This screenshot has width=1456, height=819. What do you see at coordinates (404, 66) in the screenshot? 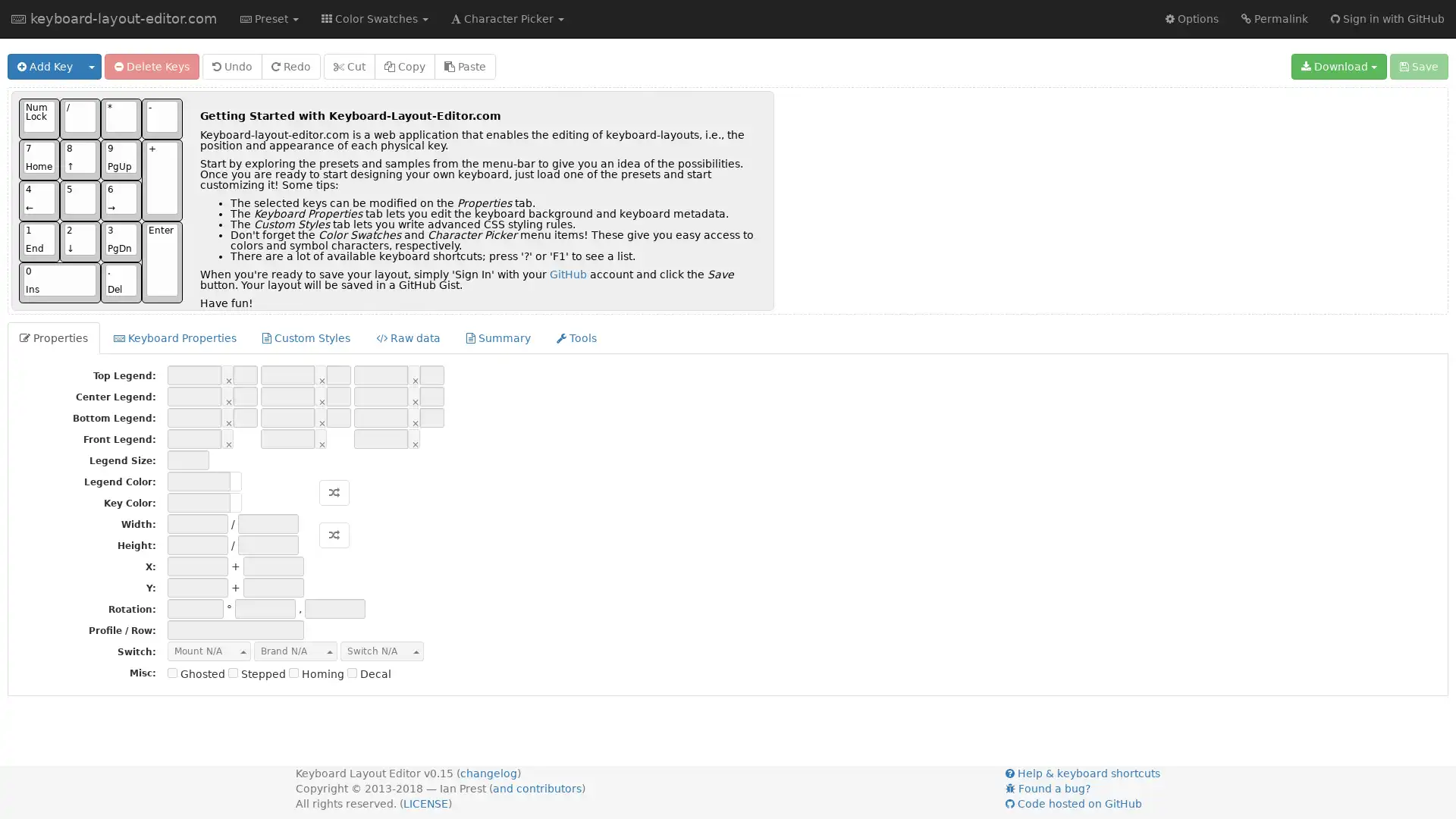
I see `Copy` at bounding box center [404, 66].